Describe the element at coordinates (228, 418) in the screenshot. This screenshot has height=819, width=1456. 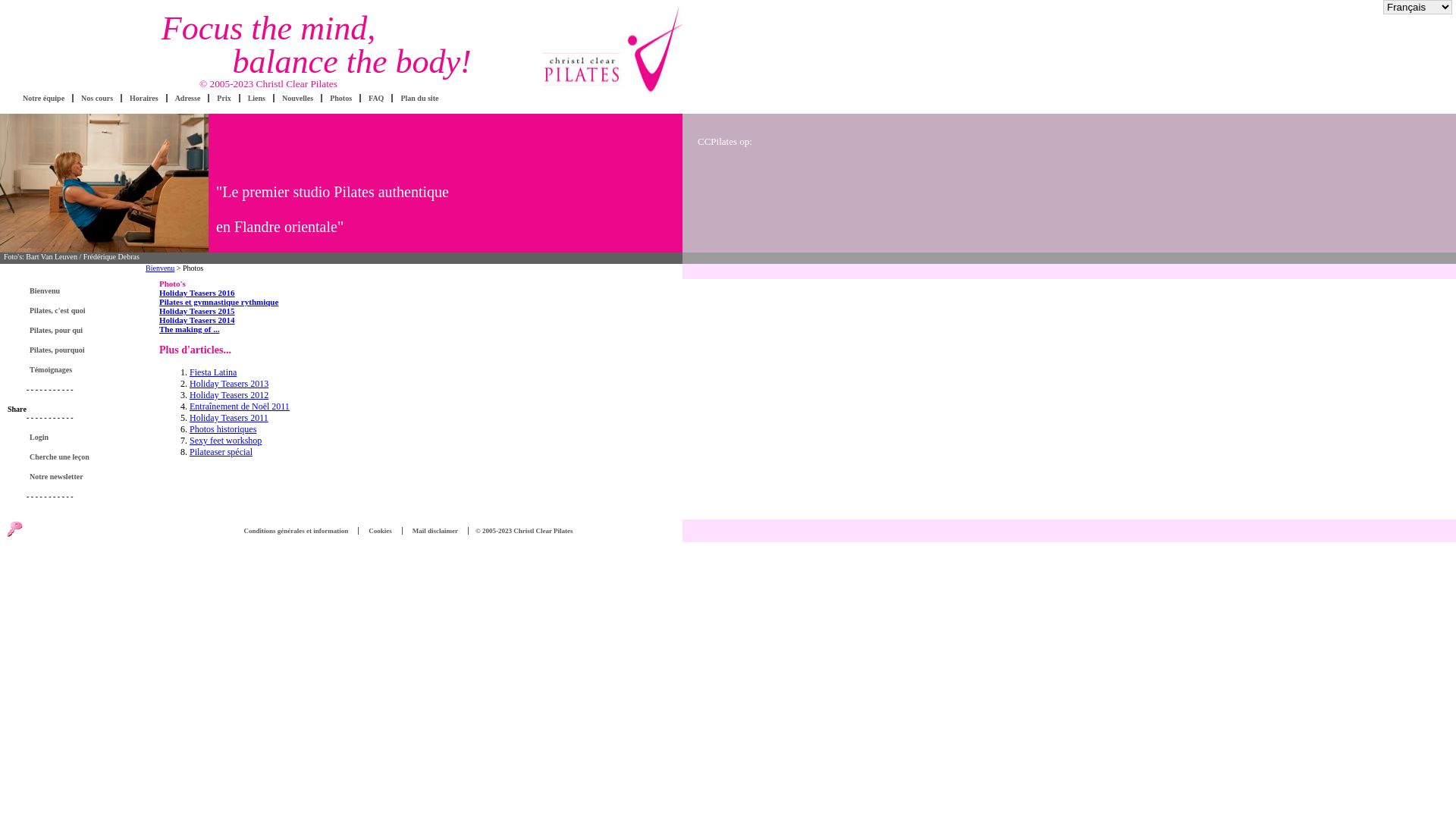
I see `'Holiday Teasers 2011'` at that location.